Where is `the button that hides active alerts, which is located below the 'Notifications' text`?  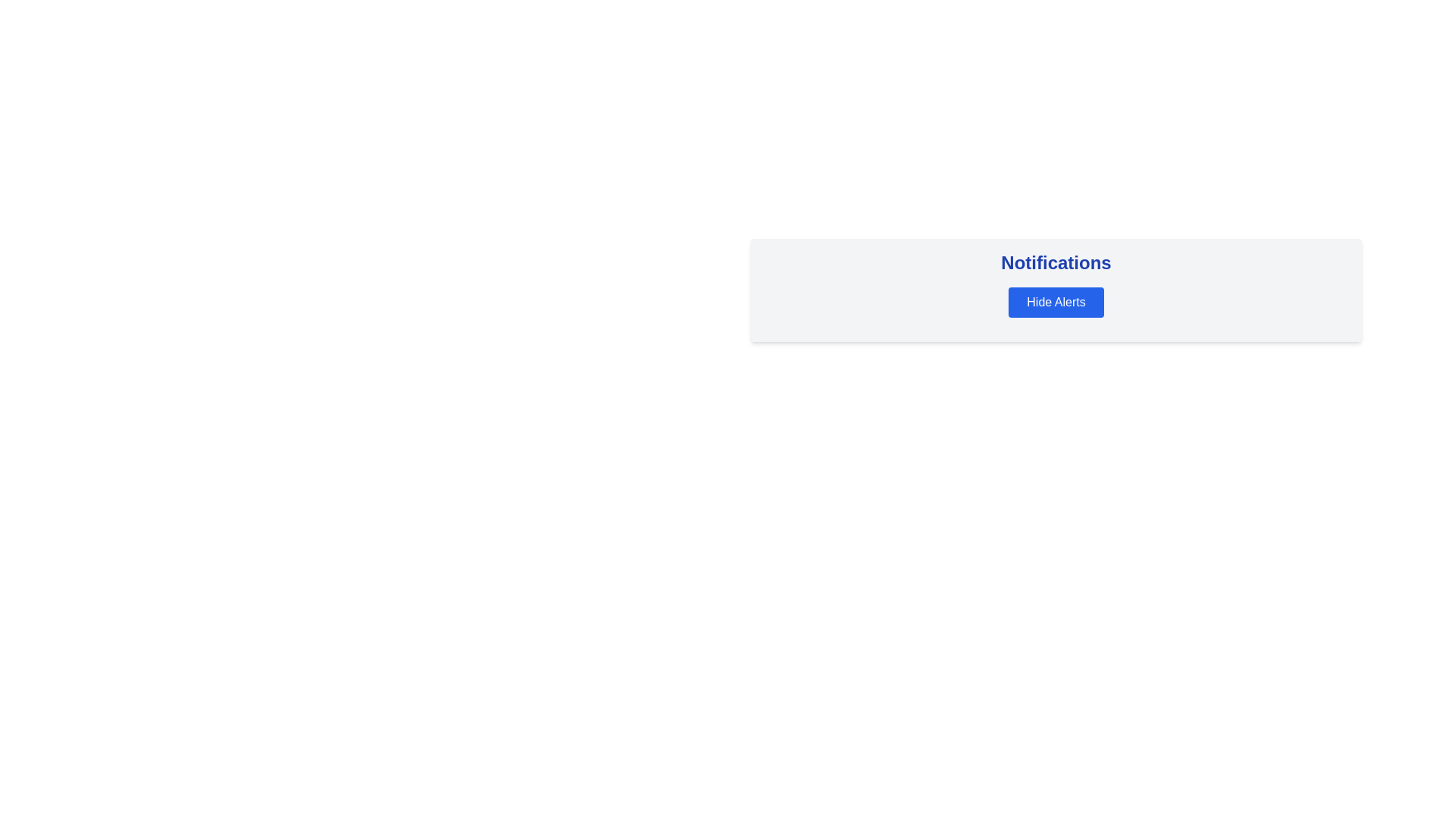 the button that hides active alerts, which is located below the 'Notifications' text is located at coordinates (1055, 302).